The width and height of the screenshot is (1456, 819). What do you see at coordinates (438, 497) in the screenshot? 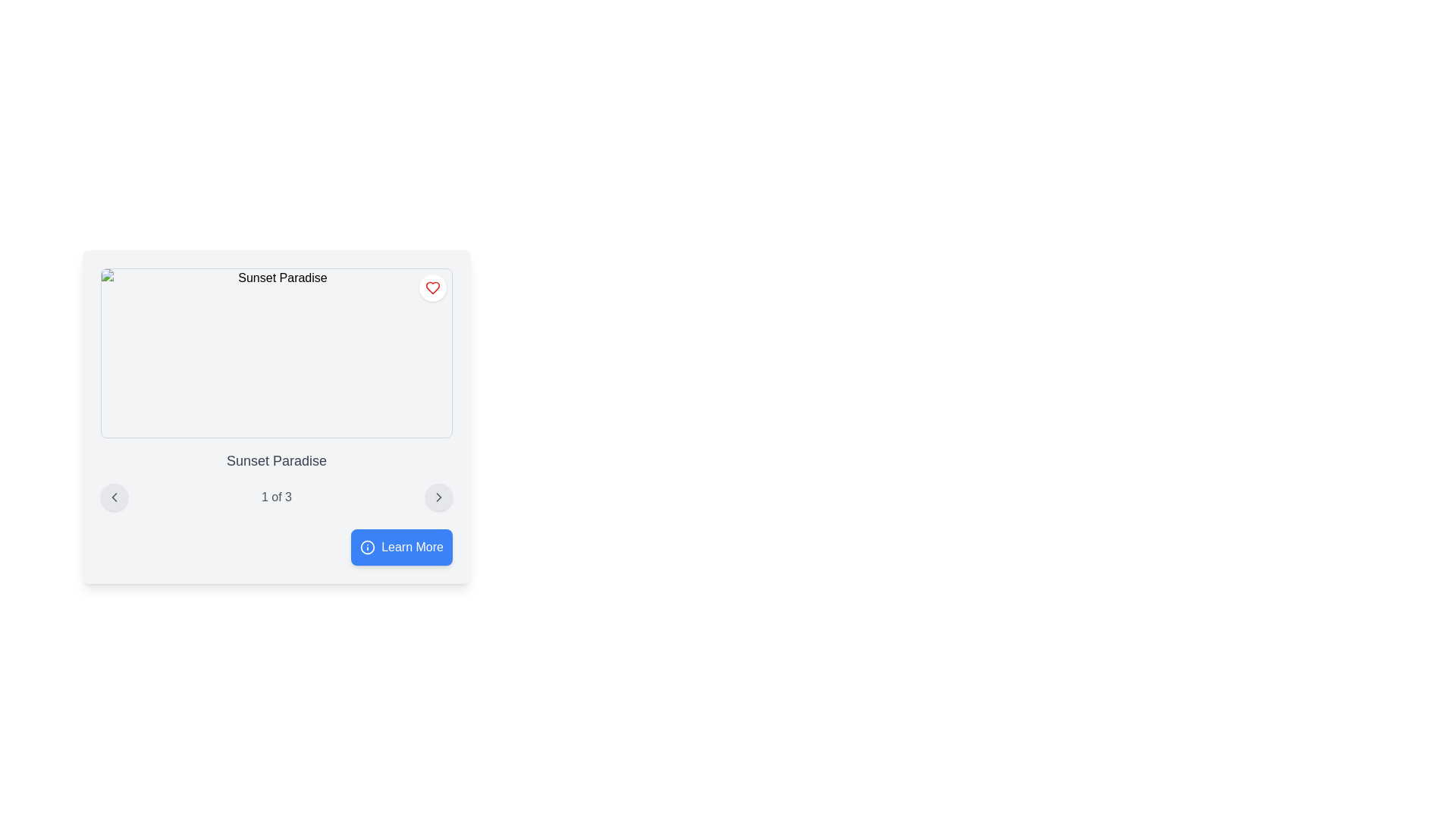
I see `the chevron icon located within the rounded circular button at the bottom-right corner of the card labeled 'Sunset Paradise'` at bounding box center [438, 497].